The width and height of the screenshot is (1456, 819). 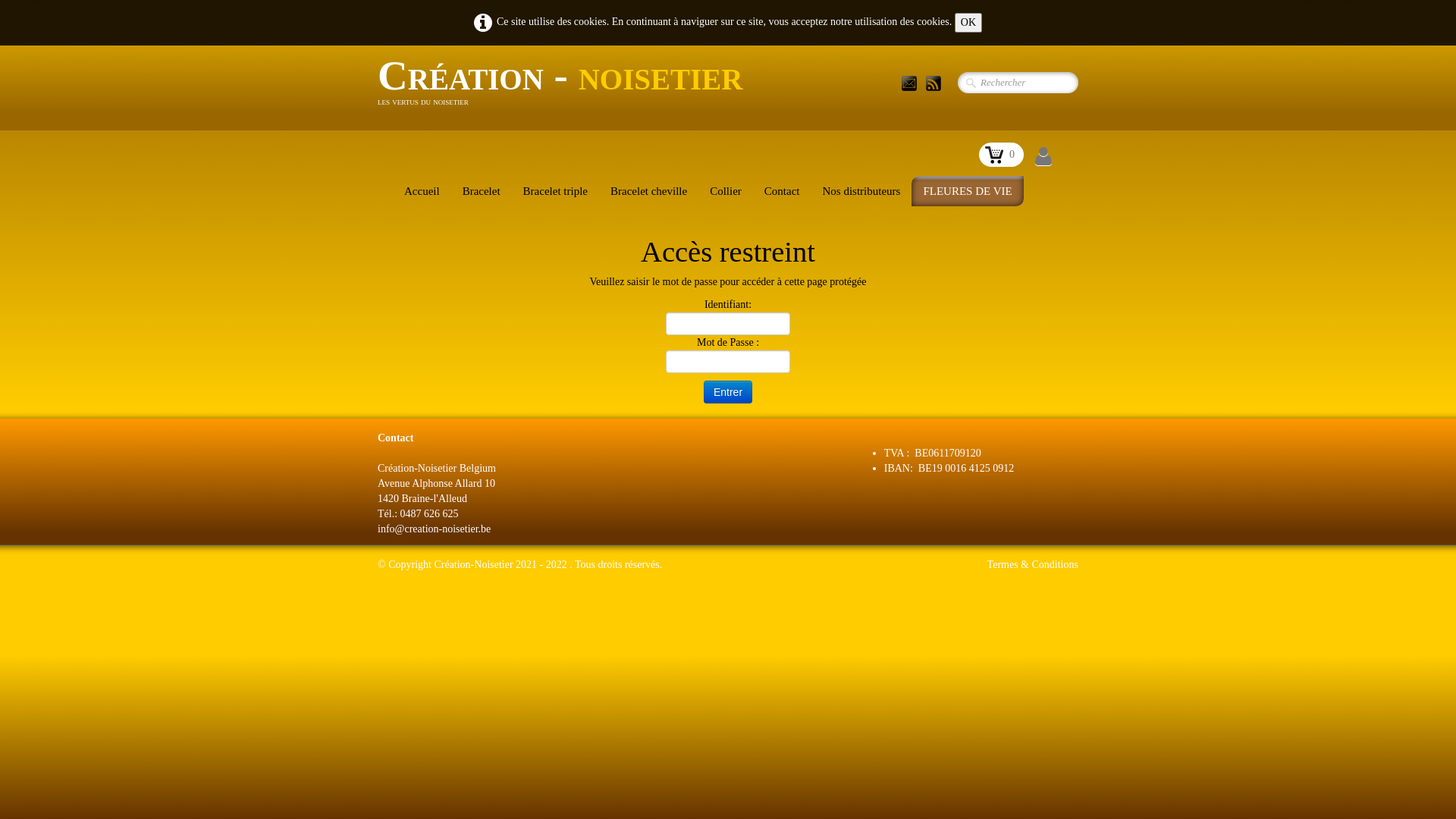 What do you see at coordinates (724, 190) in the screenshot?
I see `'Collier'` at bounding box center [724, 190].